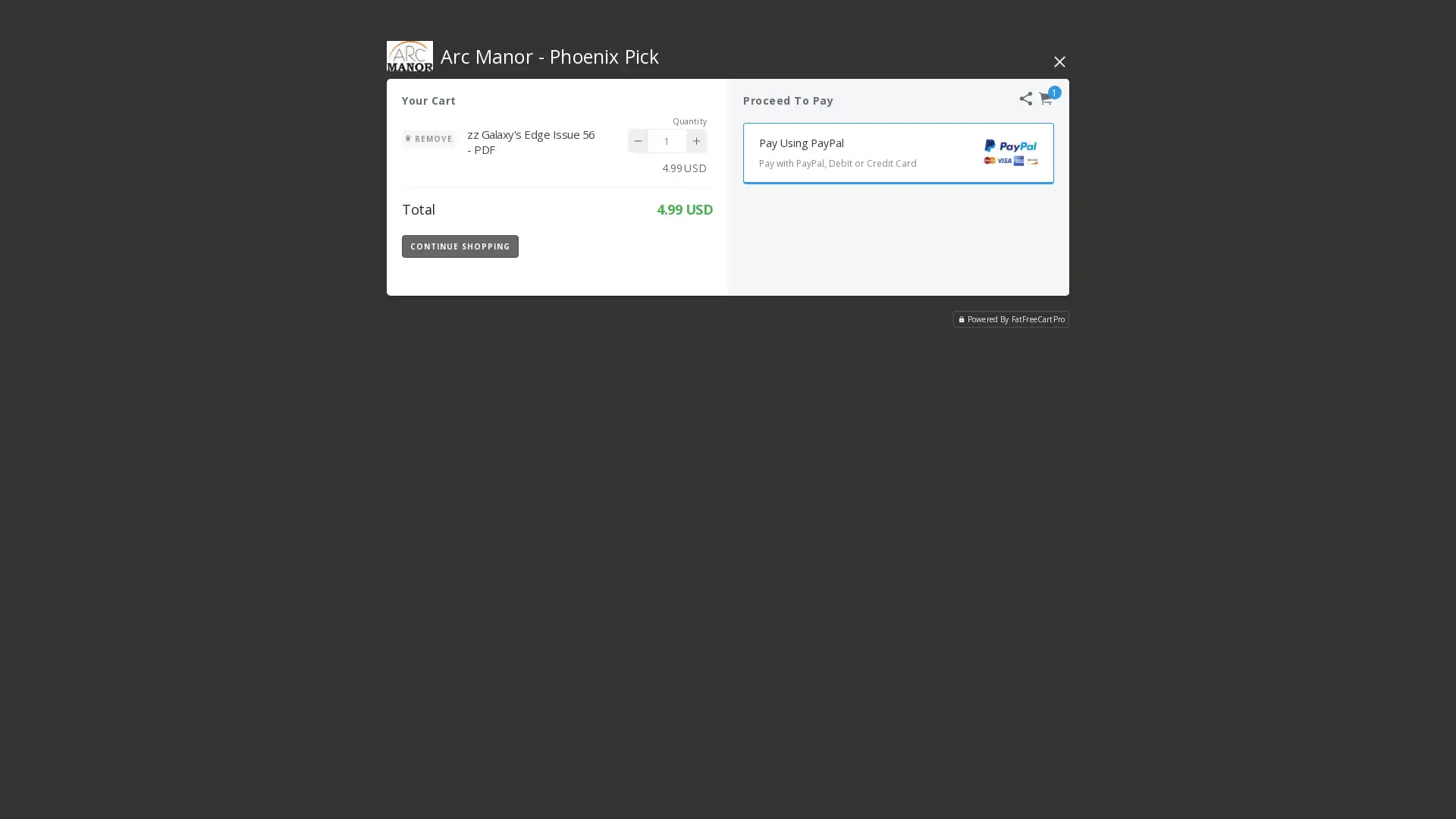 The height and width of the screenshot is (819, 1456). Describe the element at coordinates (459, 245) in the screenshot. I see `CONTINUE SHOPPING` at that location.